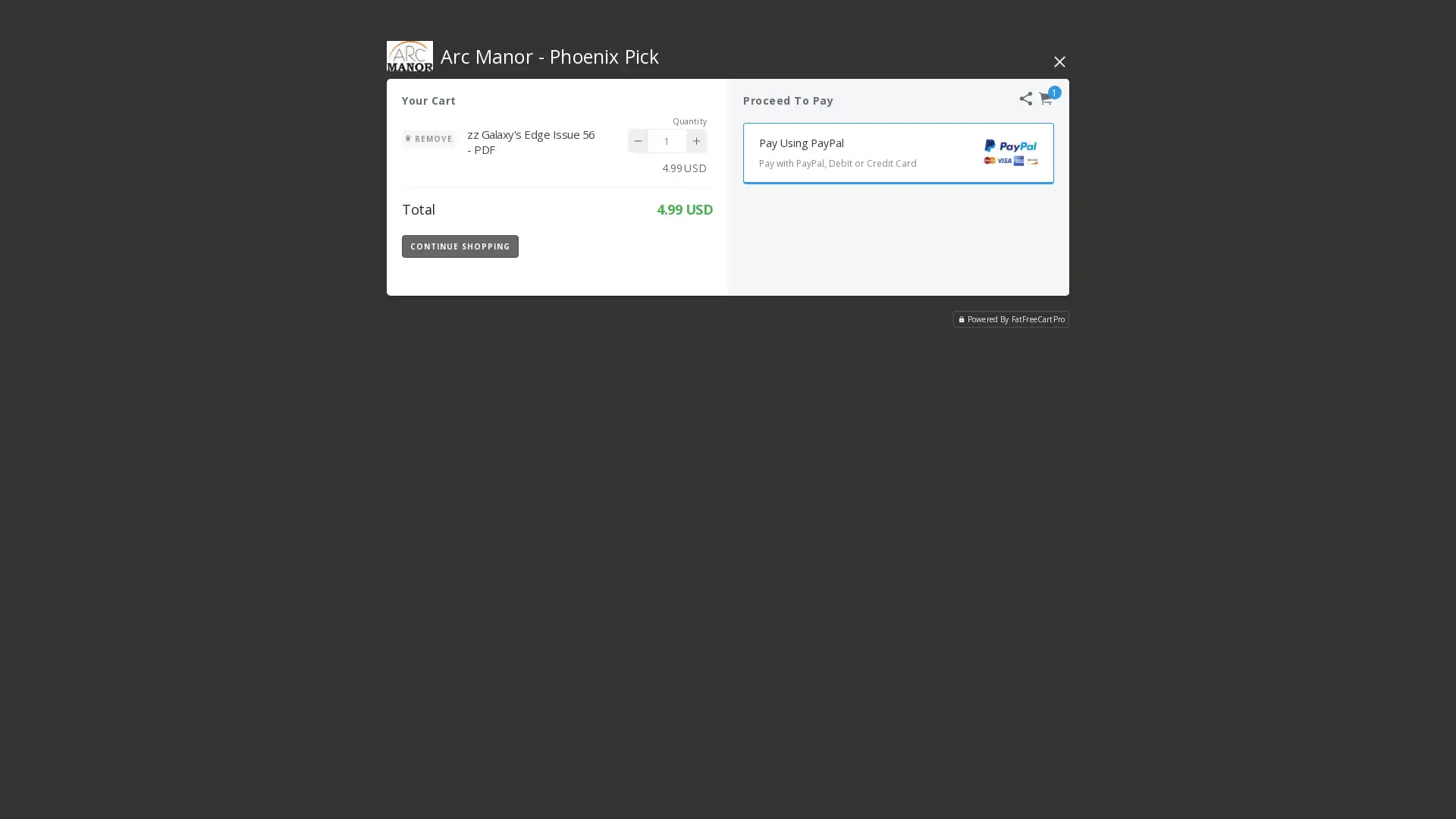 The height and width of the screenshot is (819, 1456). Describe the element at coordinates (459, 245) in the screenshot. I see `CONTINUE SHOPPING` at that location.